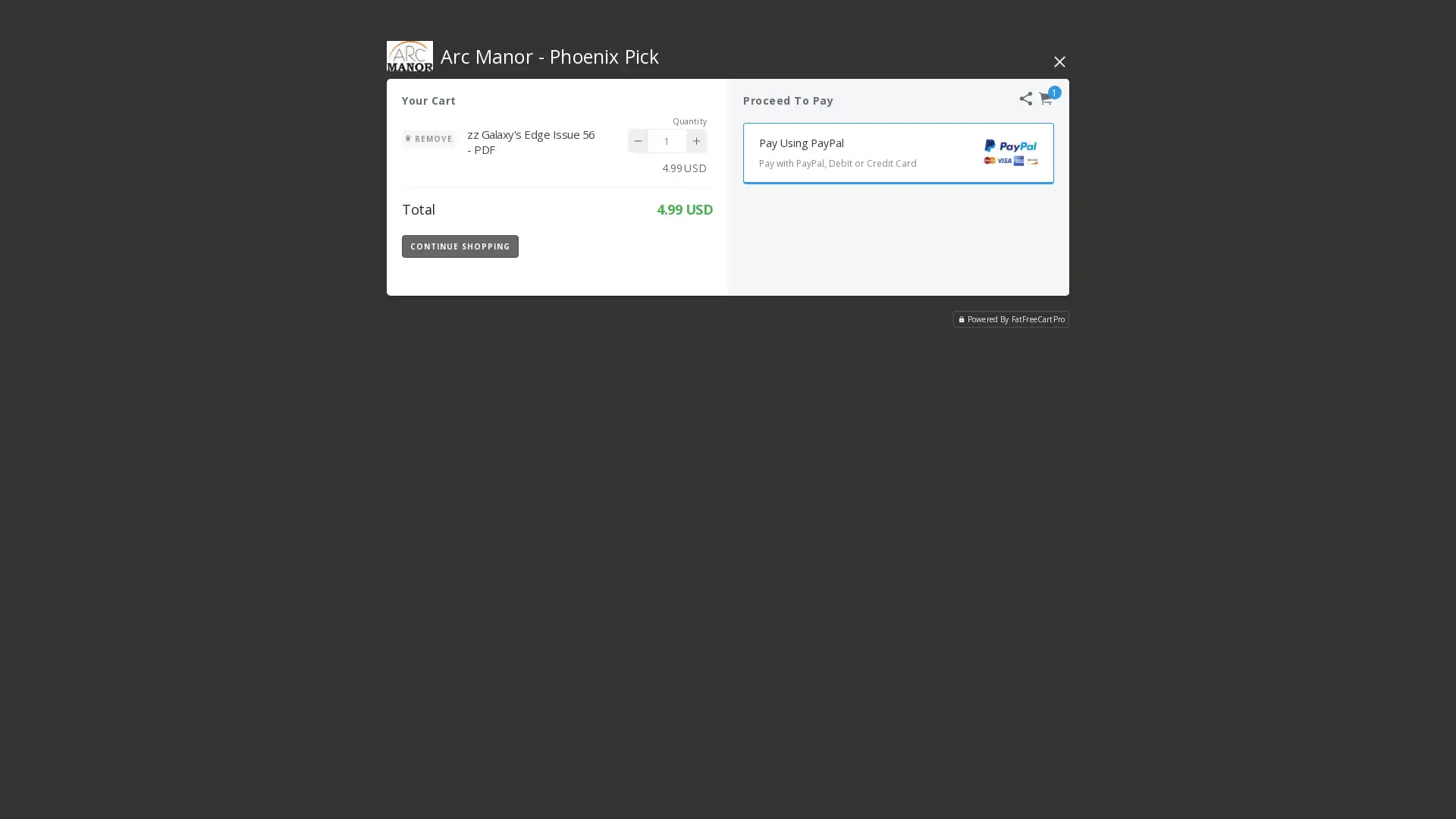 The height and width of the screenshot is (819, 1456). Describe the element at coordinates (459, 245) in the screenshot. I see `CONTINUE SHOPPING` at that location.